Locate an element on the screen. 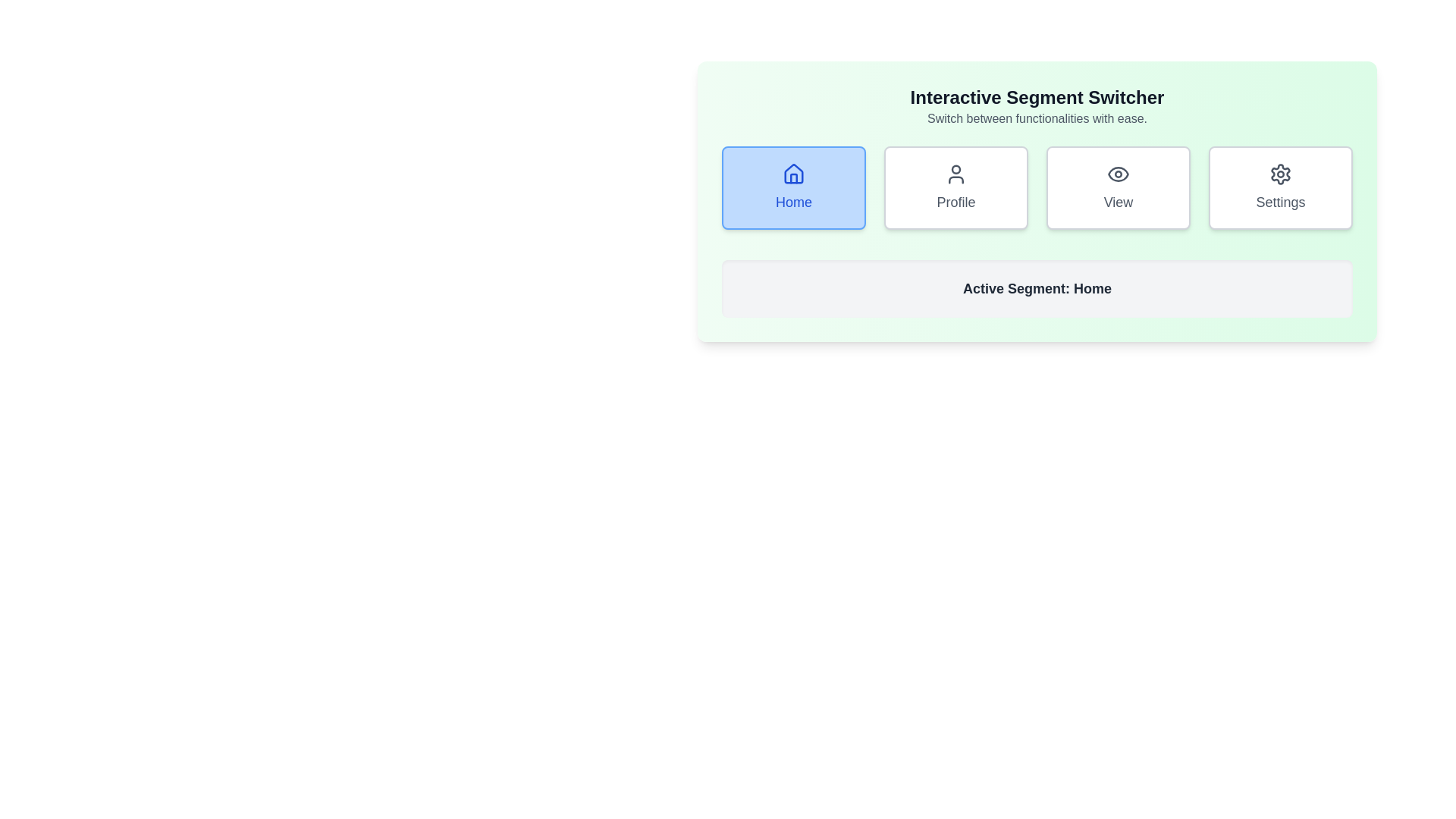 The image size is (1456, 819). the white rectangular button with rounded corners and an eye icon labeled 'View', located beneath the heading 'Interactive Segment Switcher' is located at coordinates (1118, 187).